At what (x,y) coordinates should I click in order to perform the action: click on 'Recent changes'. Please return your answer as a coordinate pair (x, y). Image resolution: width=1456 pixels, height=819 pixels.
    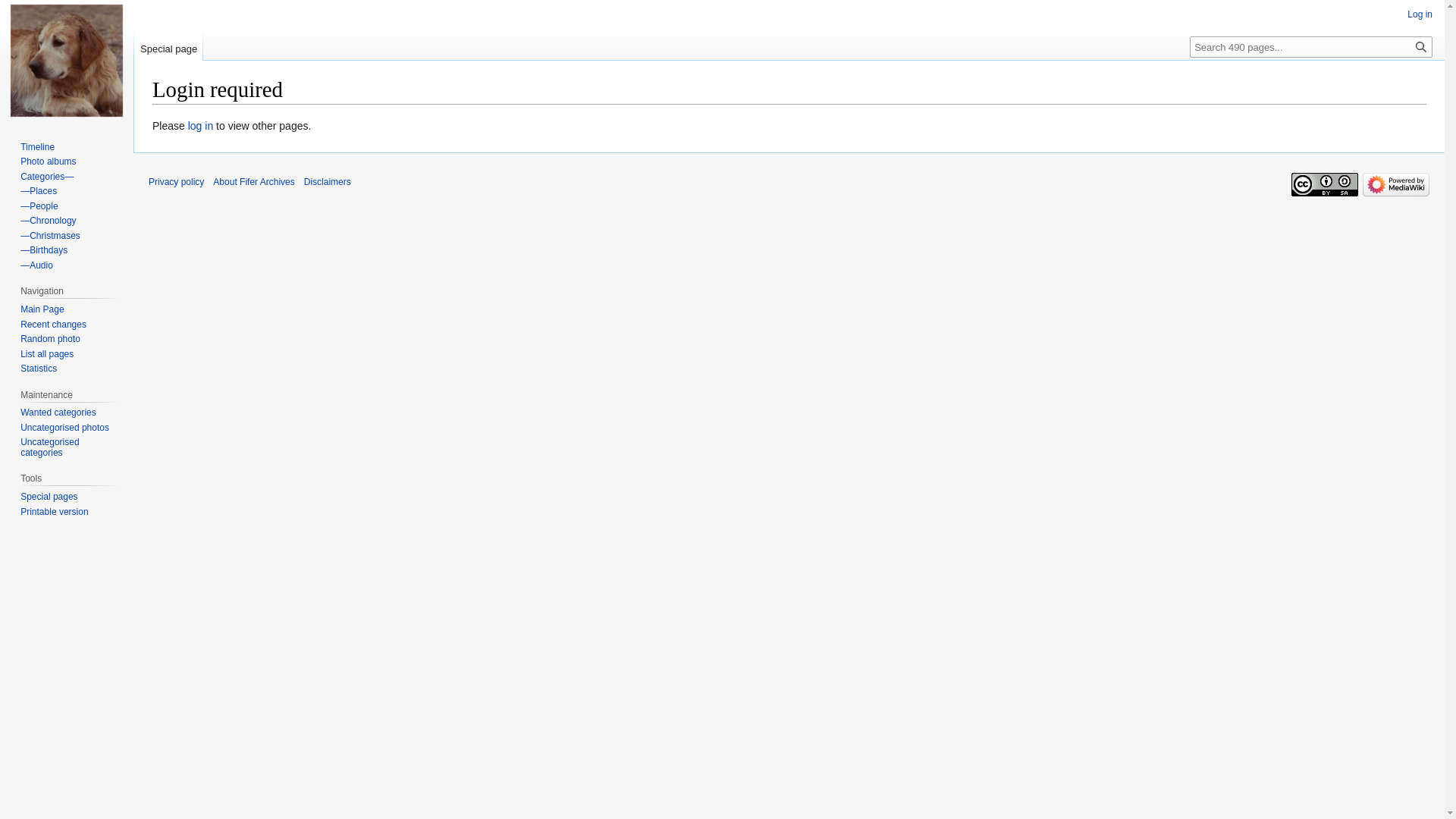
    Looking at the image, I should click on (53, 324).